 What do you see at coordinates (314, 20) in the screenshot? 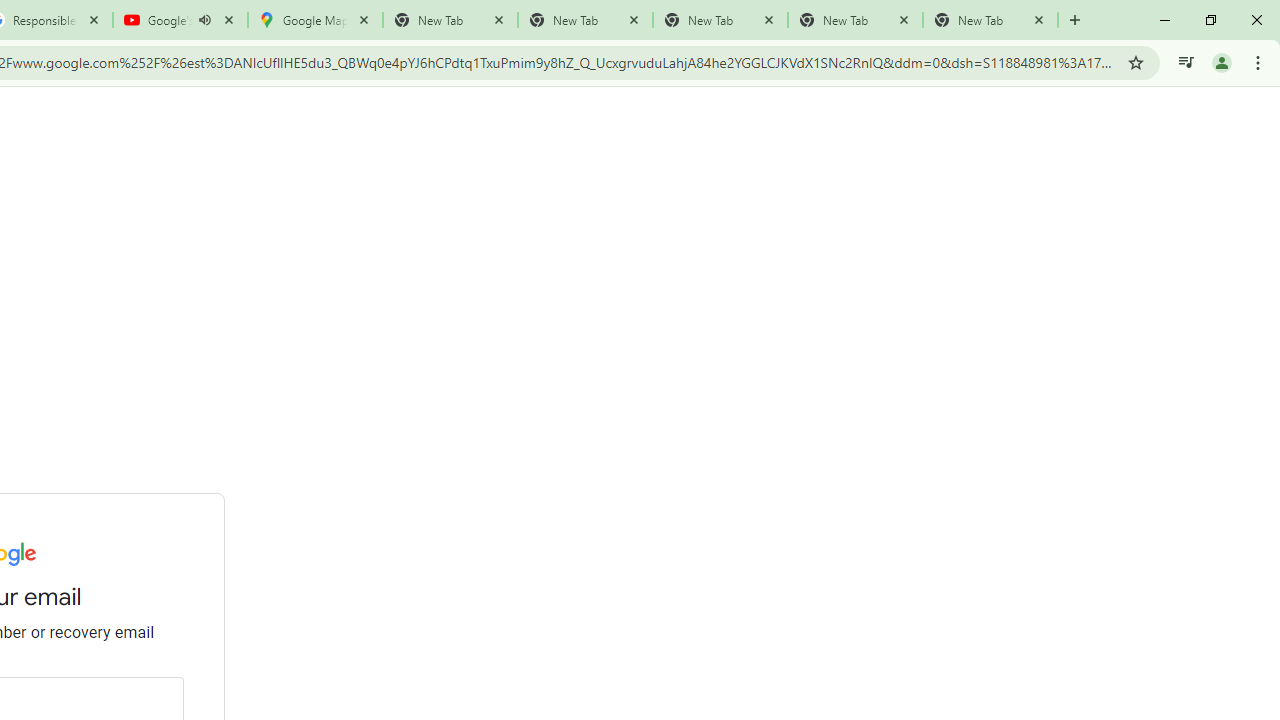
I see `'Google Maps'` at bounding box center [314, 20].